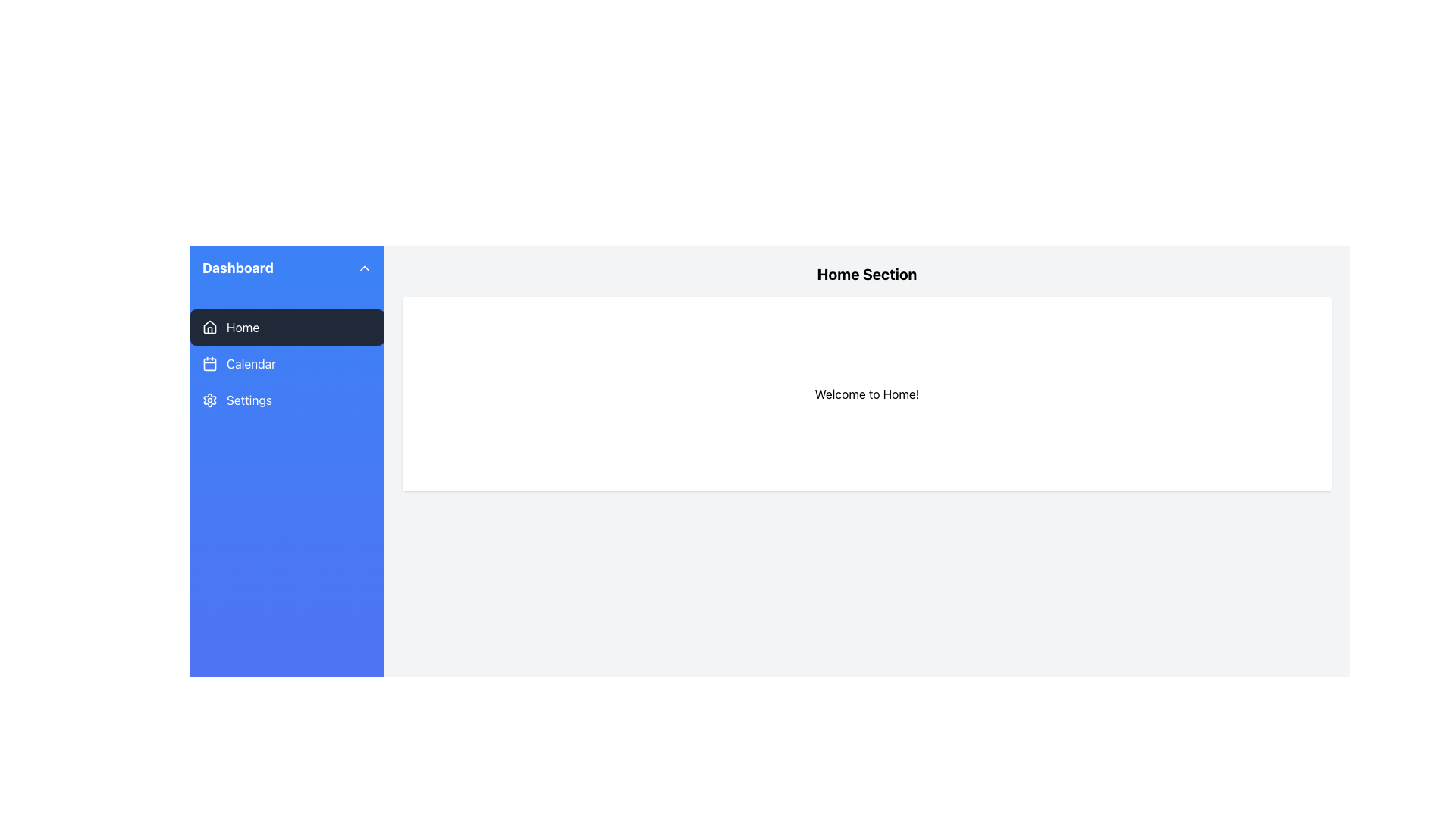 The height and width of the screenshot is (819, 1456). I want to click on the calendar icon, which is a white-filled icon with a blue background located in the left sidebar beneath the 'Dashboard' title, so click(209, 363).